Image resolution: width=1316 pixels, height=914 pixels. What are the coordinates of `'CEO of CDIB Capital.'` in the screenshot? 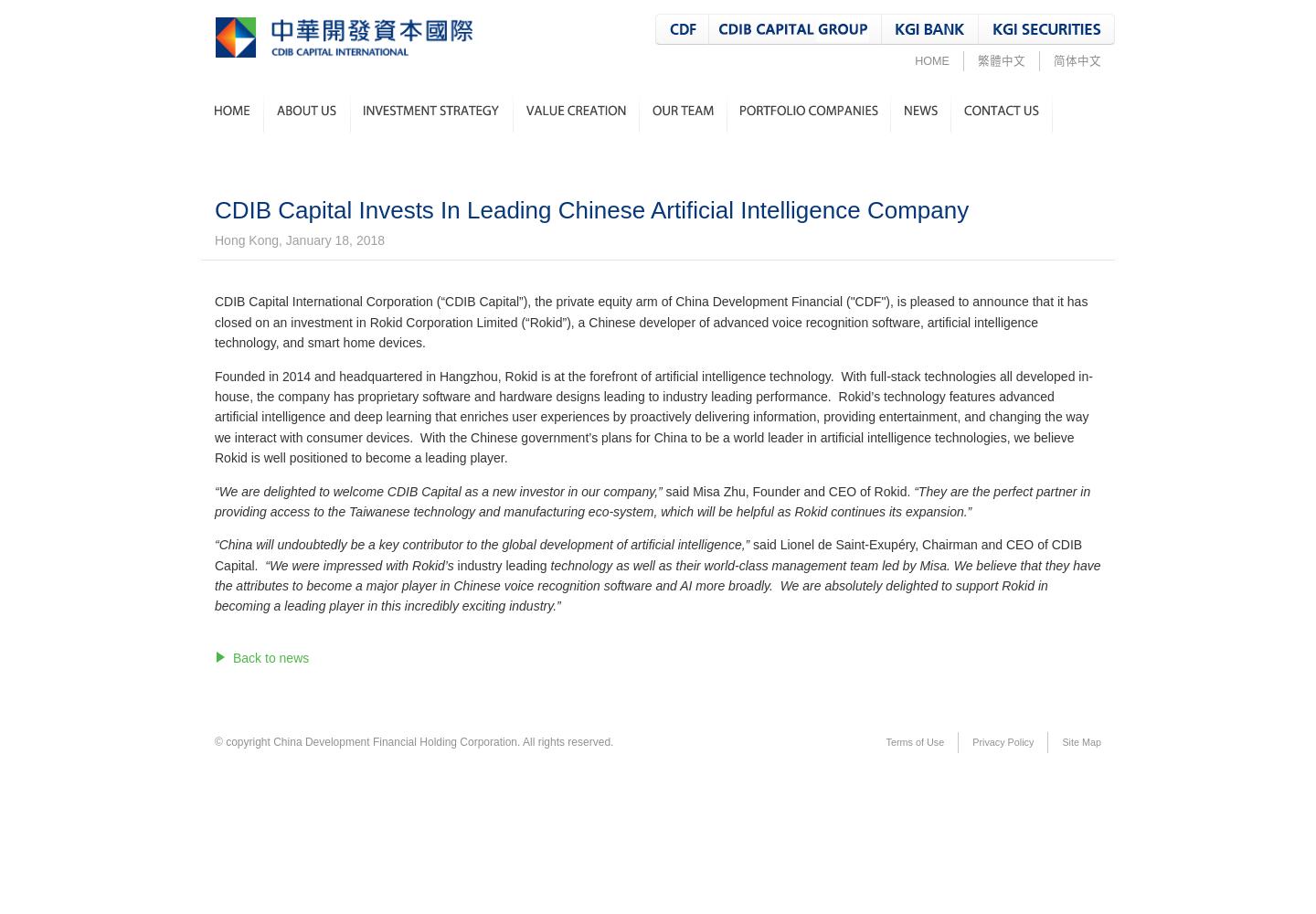 It's located at (648, 554).